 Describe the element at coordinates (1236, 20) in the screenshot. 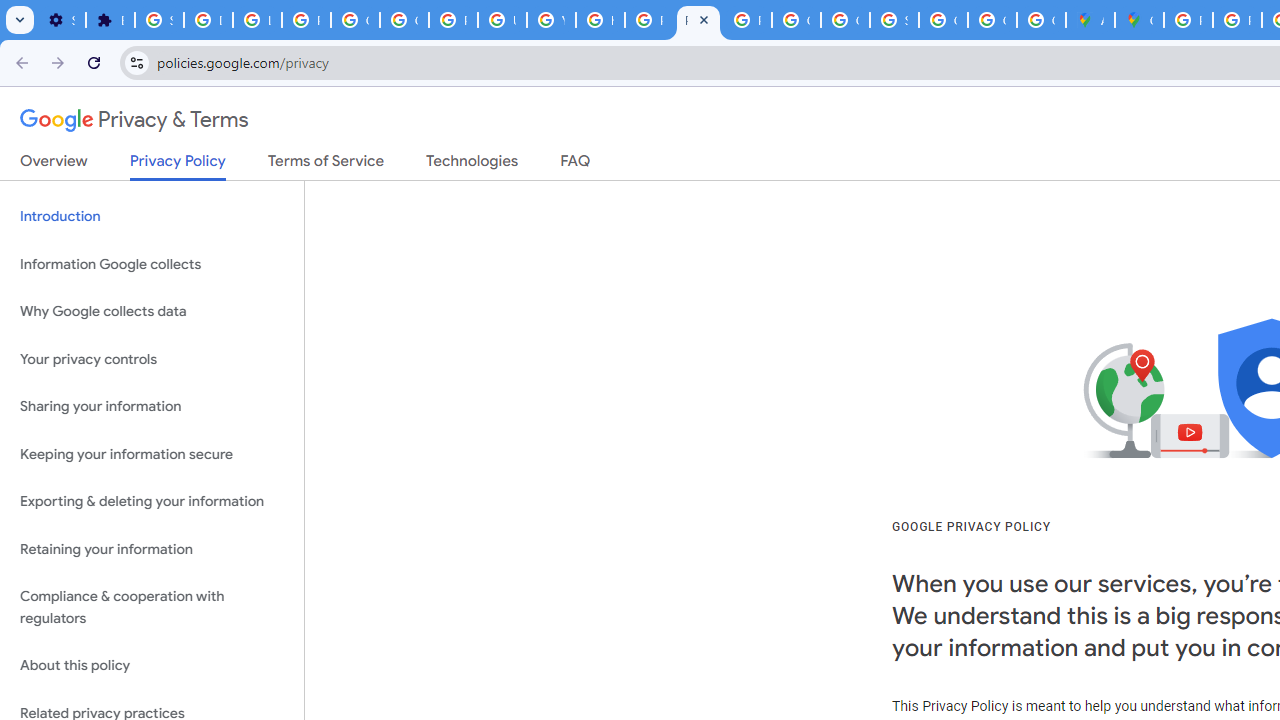

I see `'Privacy Help Center - Policies Help'` at that location.